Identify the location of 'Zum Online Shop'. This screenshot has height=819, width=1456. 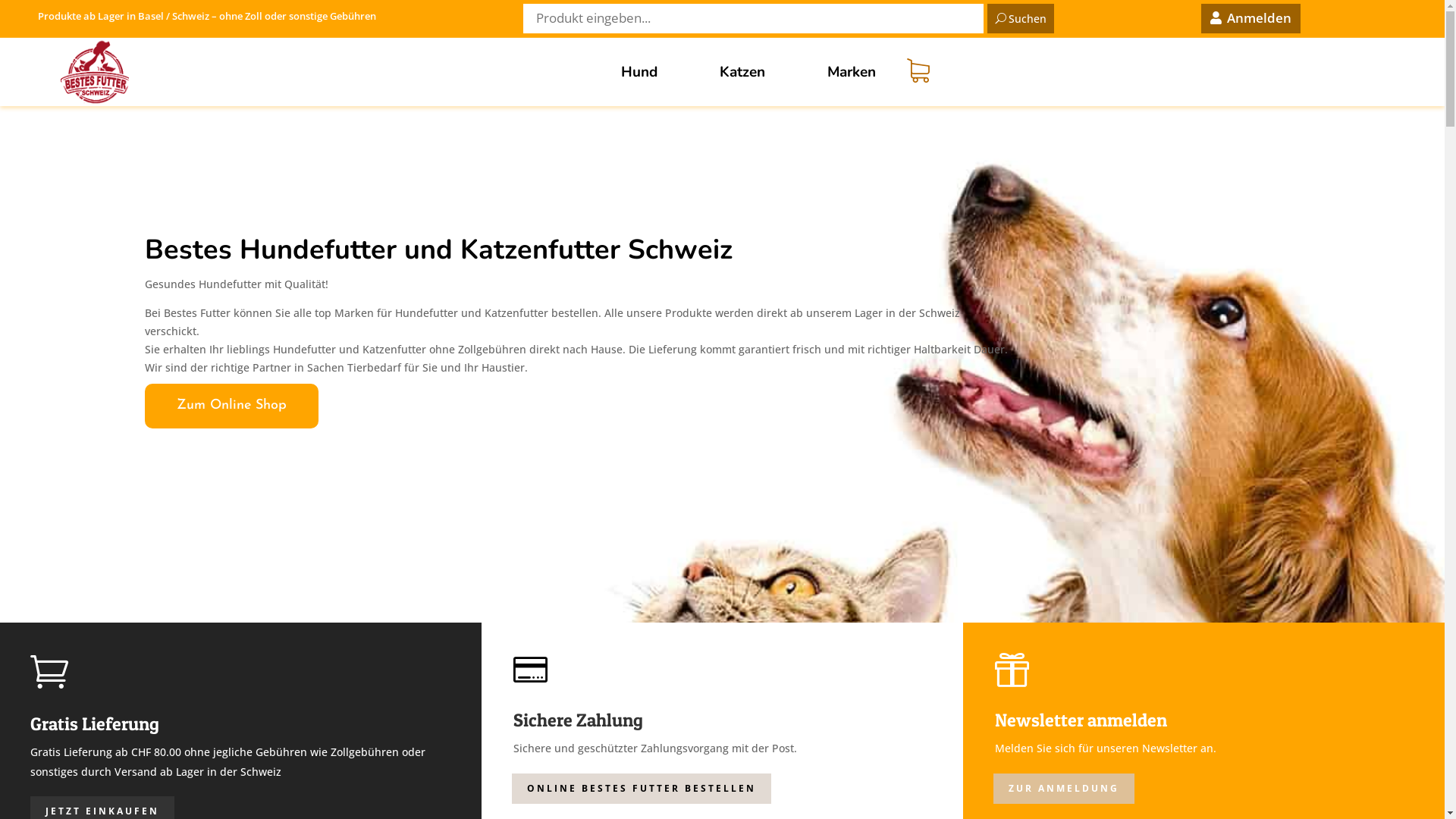
(230, 405).